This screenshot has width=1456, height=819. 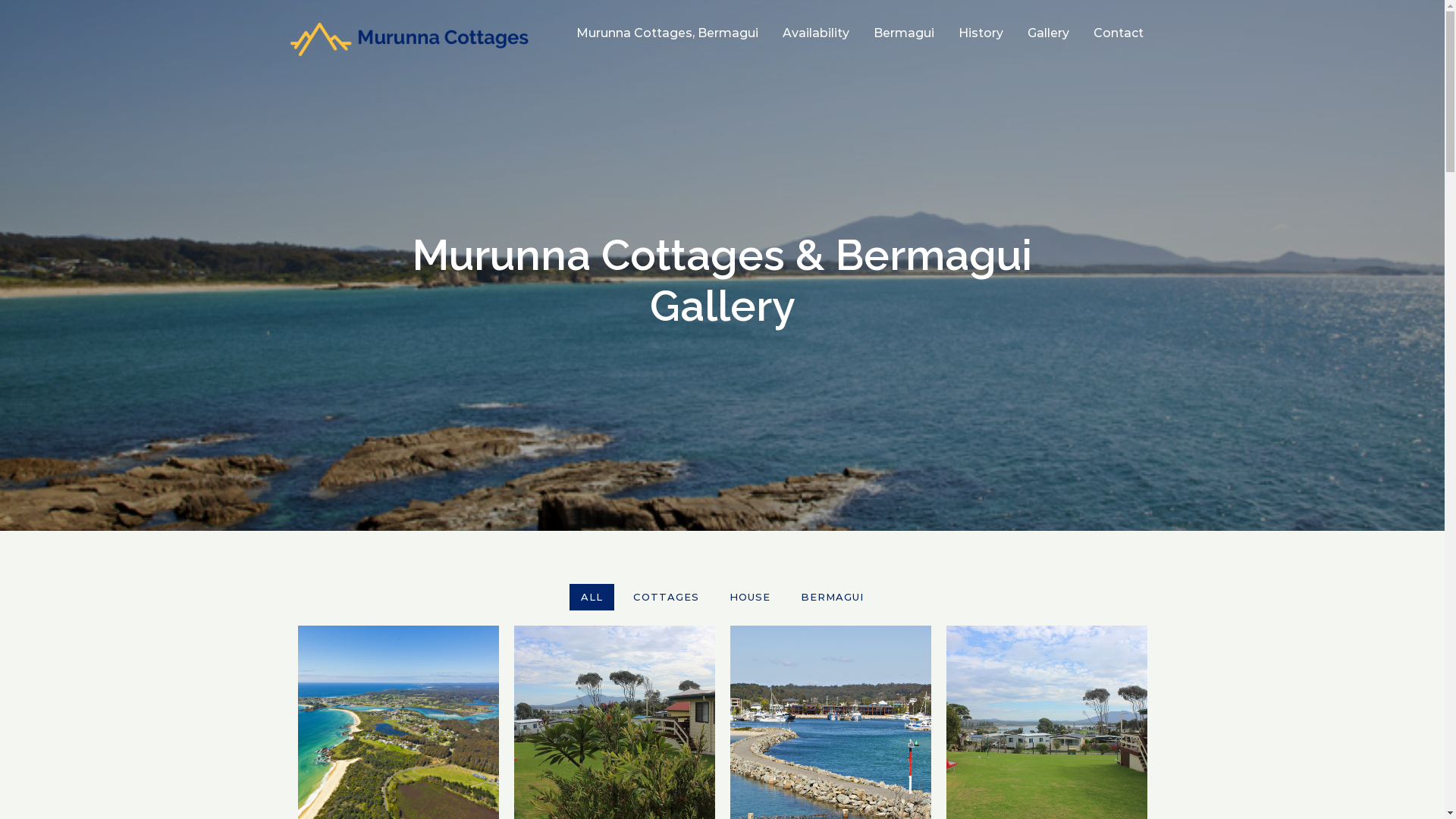 What do you see at coordinates (1118, 33) in the screenshot?
I see `'Contact'` at bounding box center [1118, 33].